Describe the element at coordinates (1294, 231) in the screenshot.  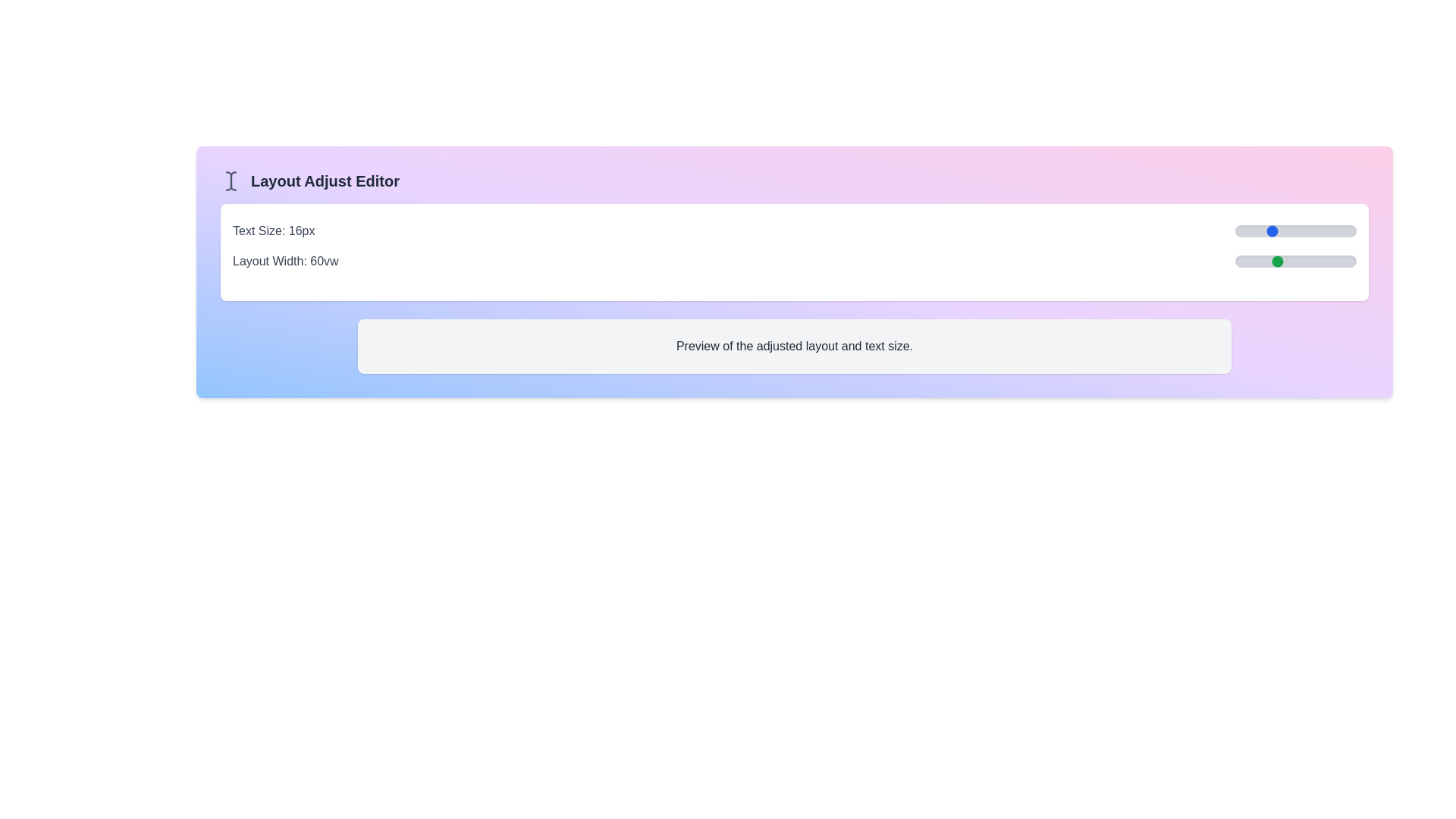
I see `the blue thumb of the horizontal range slider located in the row labeled 'Text Size: 16px'` at that location.